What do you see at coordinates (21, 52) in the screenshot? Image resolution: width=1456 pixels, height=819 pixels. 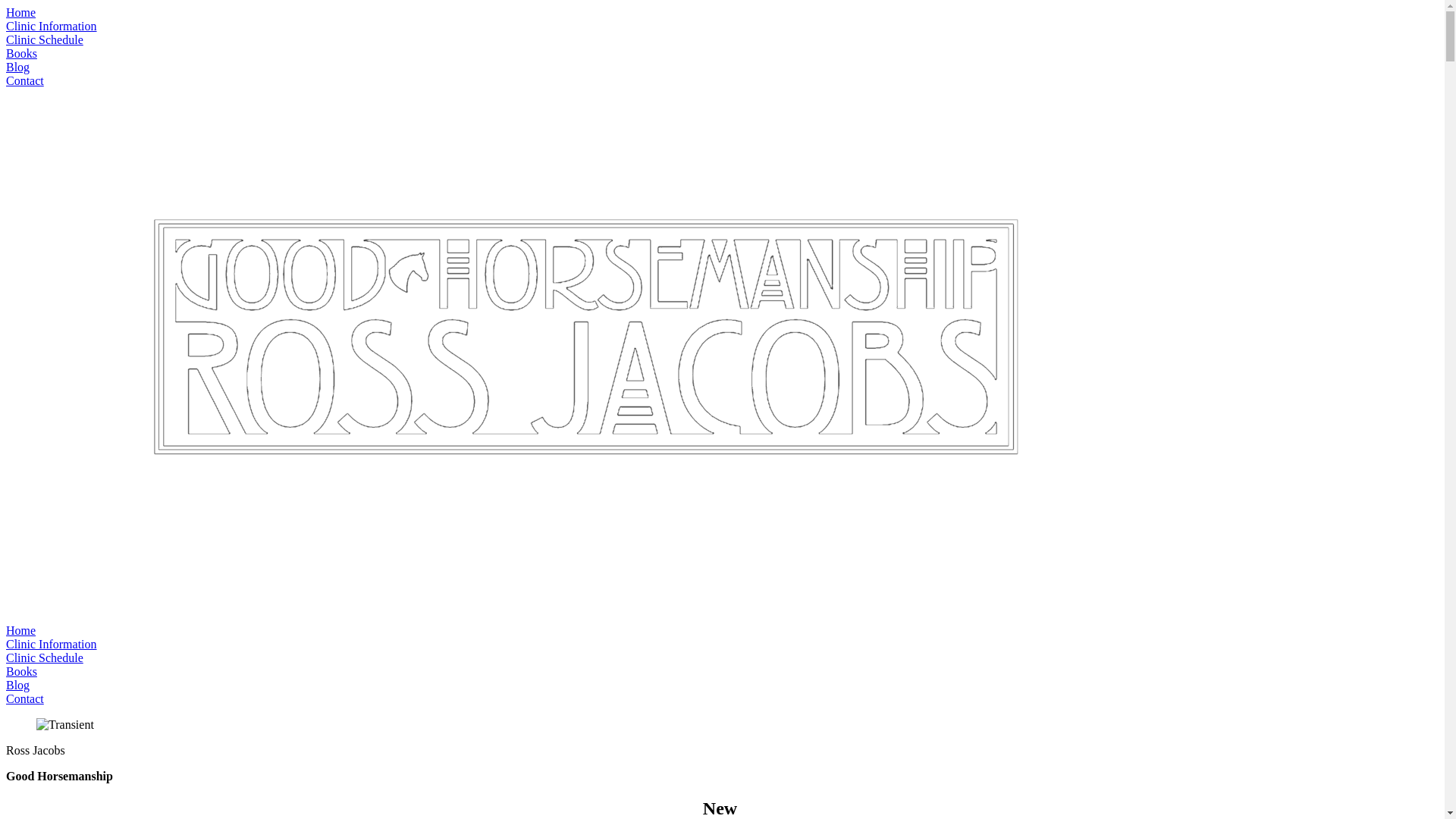 I see `'Books'` at bounding box center [21, 52].